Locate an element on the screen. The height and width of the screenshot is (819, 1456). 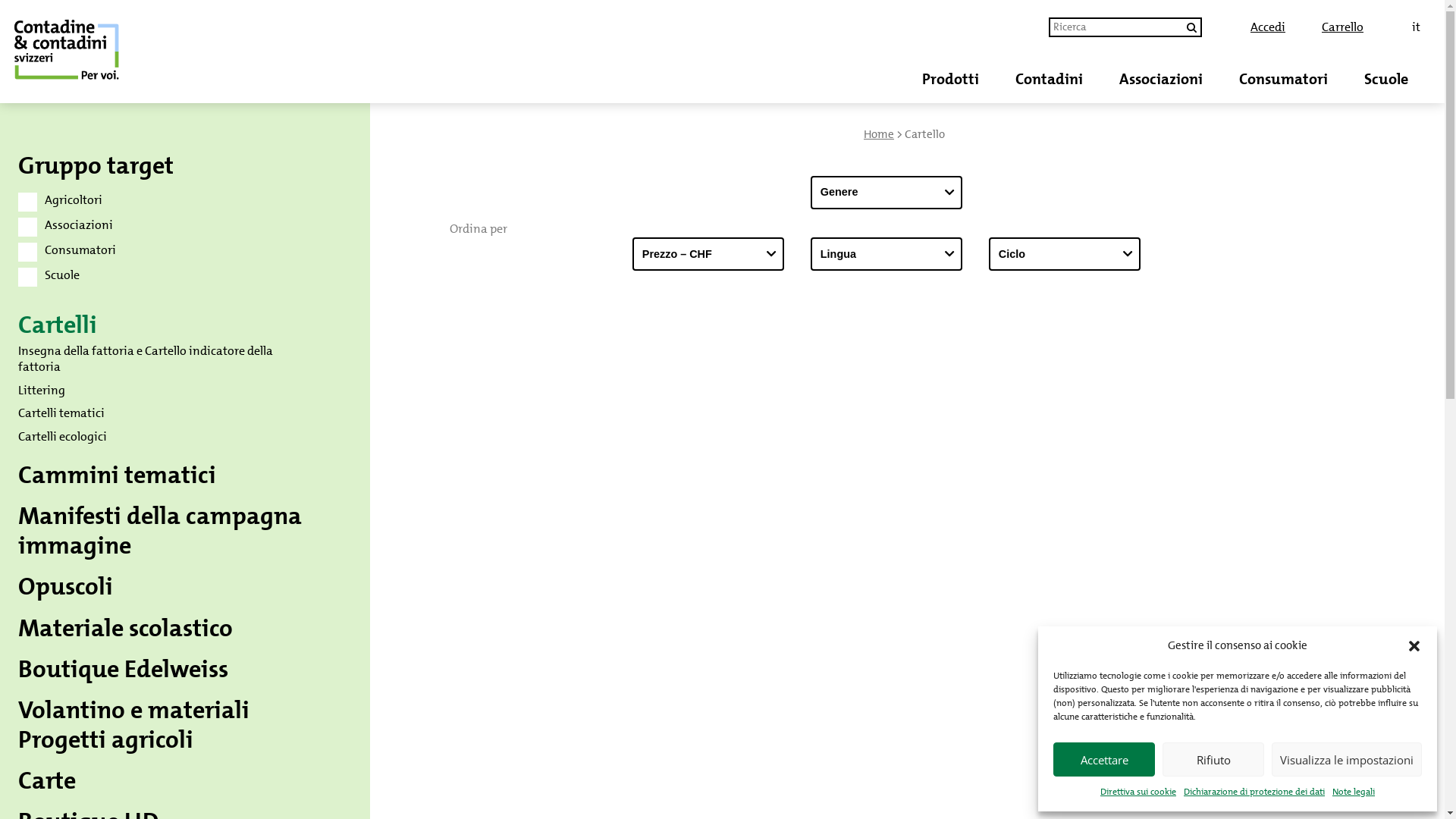
'Genere' is located at coordinates (810, 192).